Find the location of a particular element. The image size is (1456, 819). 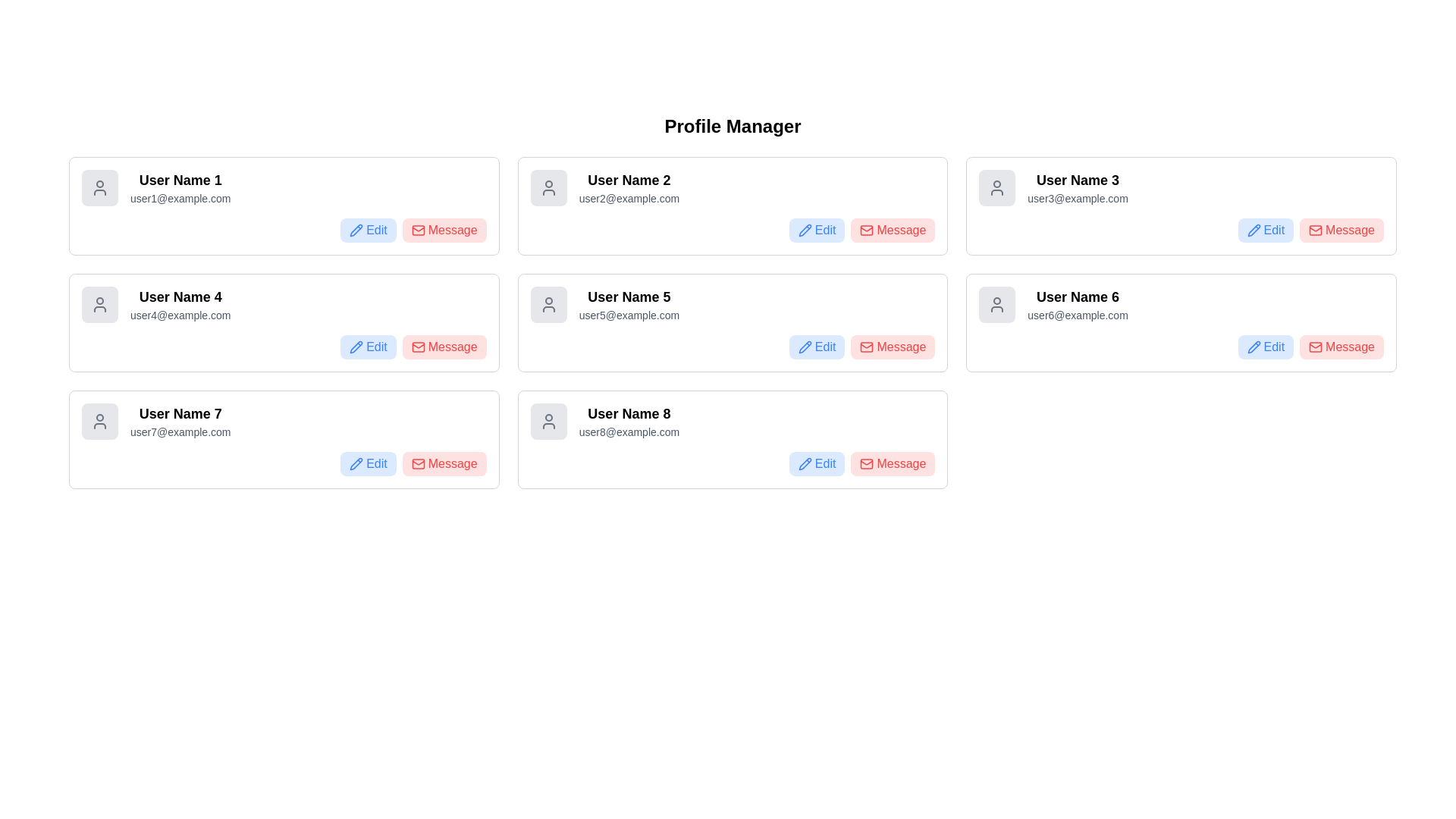

the edit icon located within the 'Edit' button in the top-right segment of the user card for 'User Name 3' is located at coordinates (1254, 231).